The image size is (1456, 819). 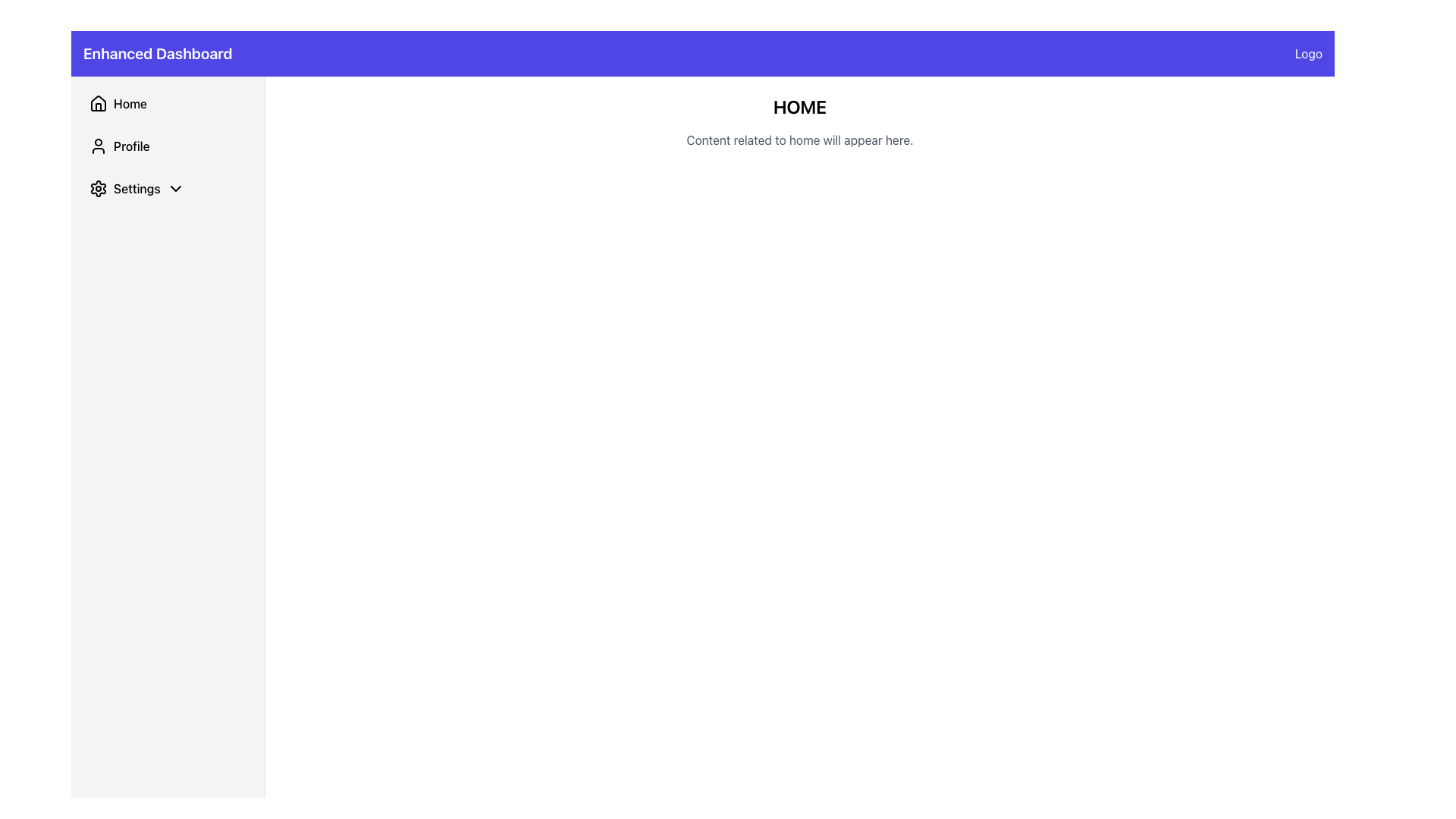 What do you see at coordinates (168, 146) in the screenshot?
I see `the second menu item in the left-hand sidebar` at bounding box center [168, 146].